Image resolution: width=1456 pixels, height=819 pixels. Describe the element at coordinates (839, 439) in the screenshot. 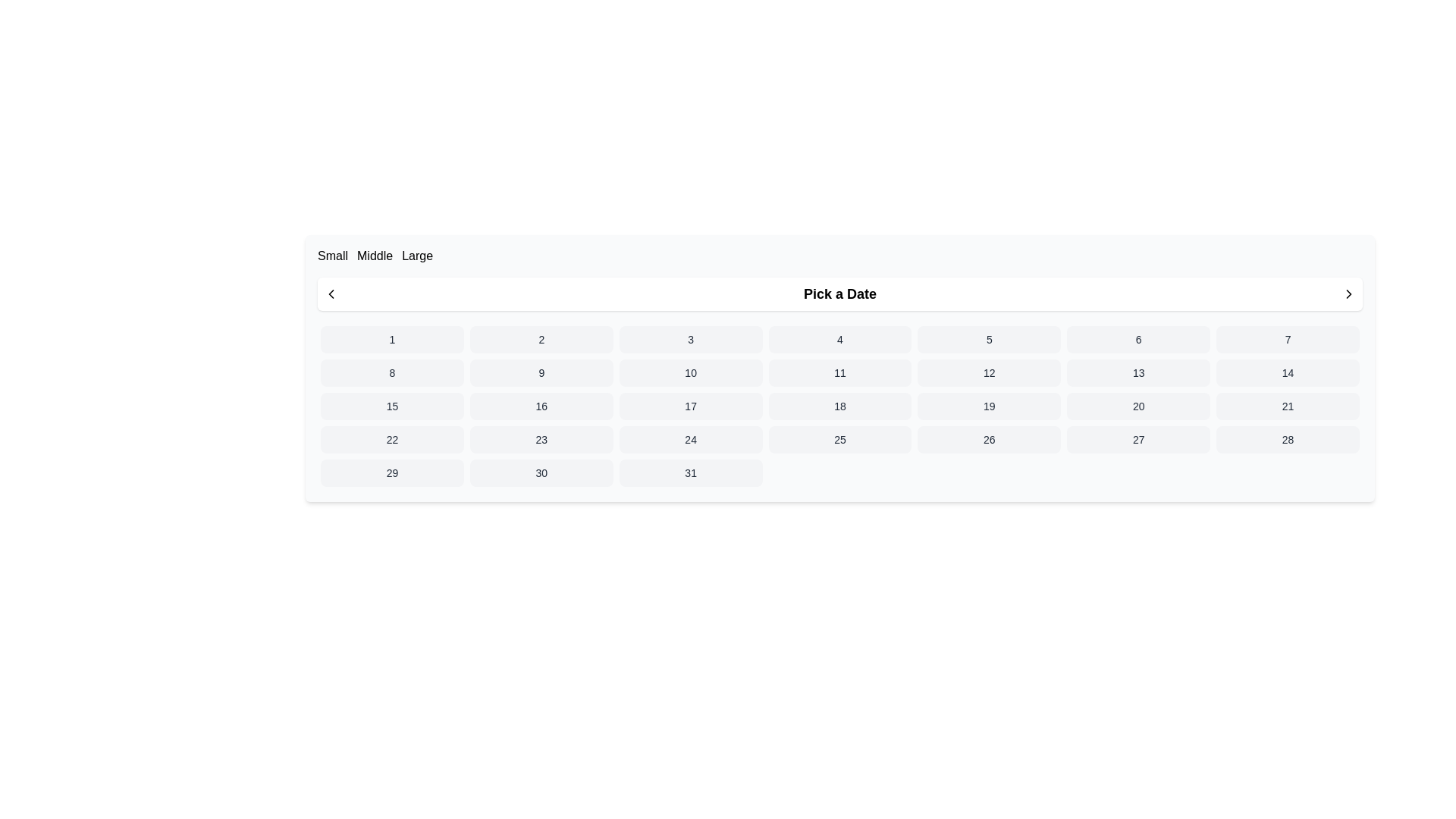

I see `the button in the 4th column of the last row` at that location.